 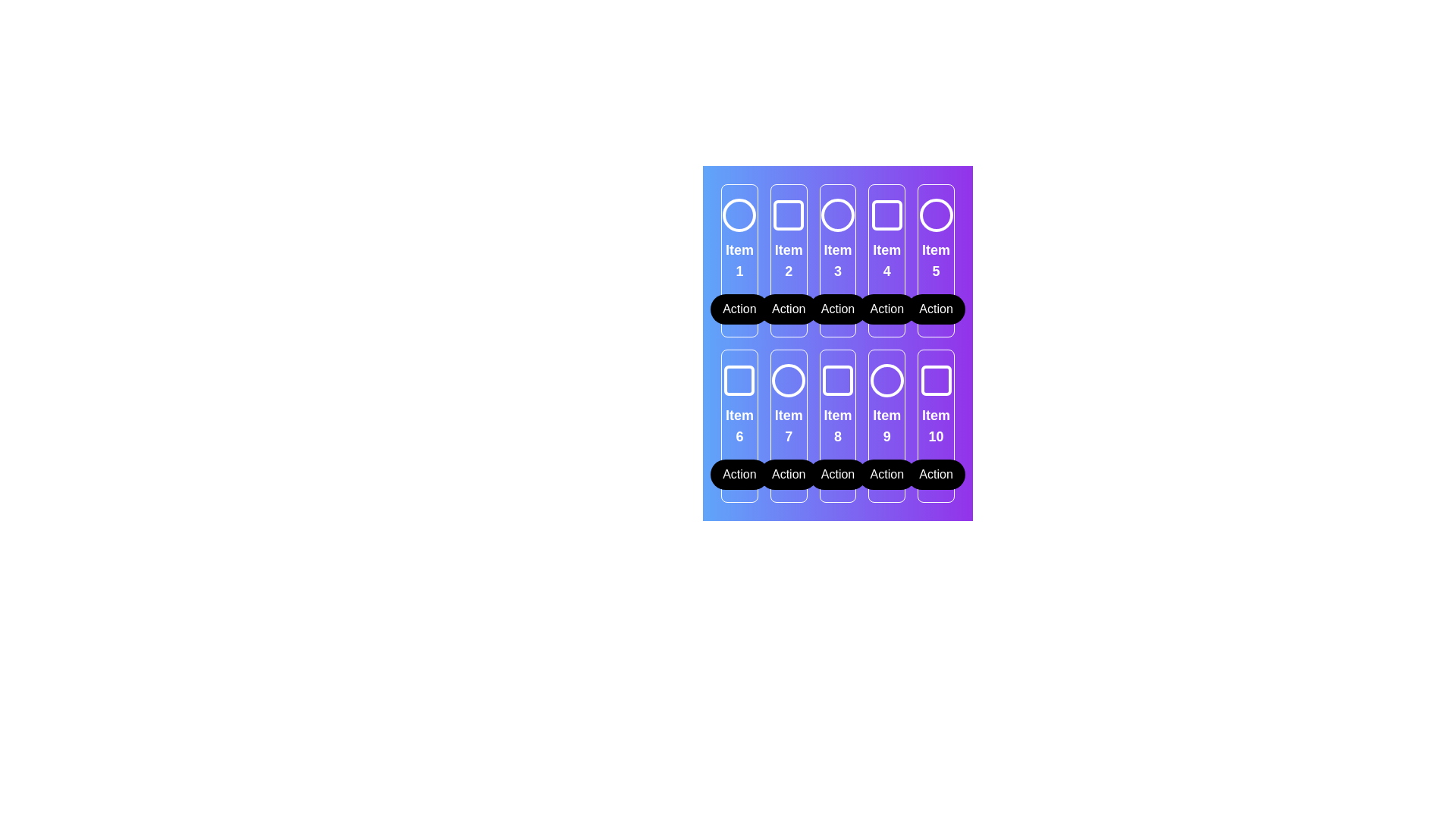 I want to click on square-shaped SVG icon with rounded corners, which is the second element in a horizontal sequence of five SVG containers, located at the top-right center of the main interface, so click(x=789, y=215).